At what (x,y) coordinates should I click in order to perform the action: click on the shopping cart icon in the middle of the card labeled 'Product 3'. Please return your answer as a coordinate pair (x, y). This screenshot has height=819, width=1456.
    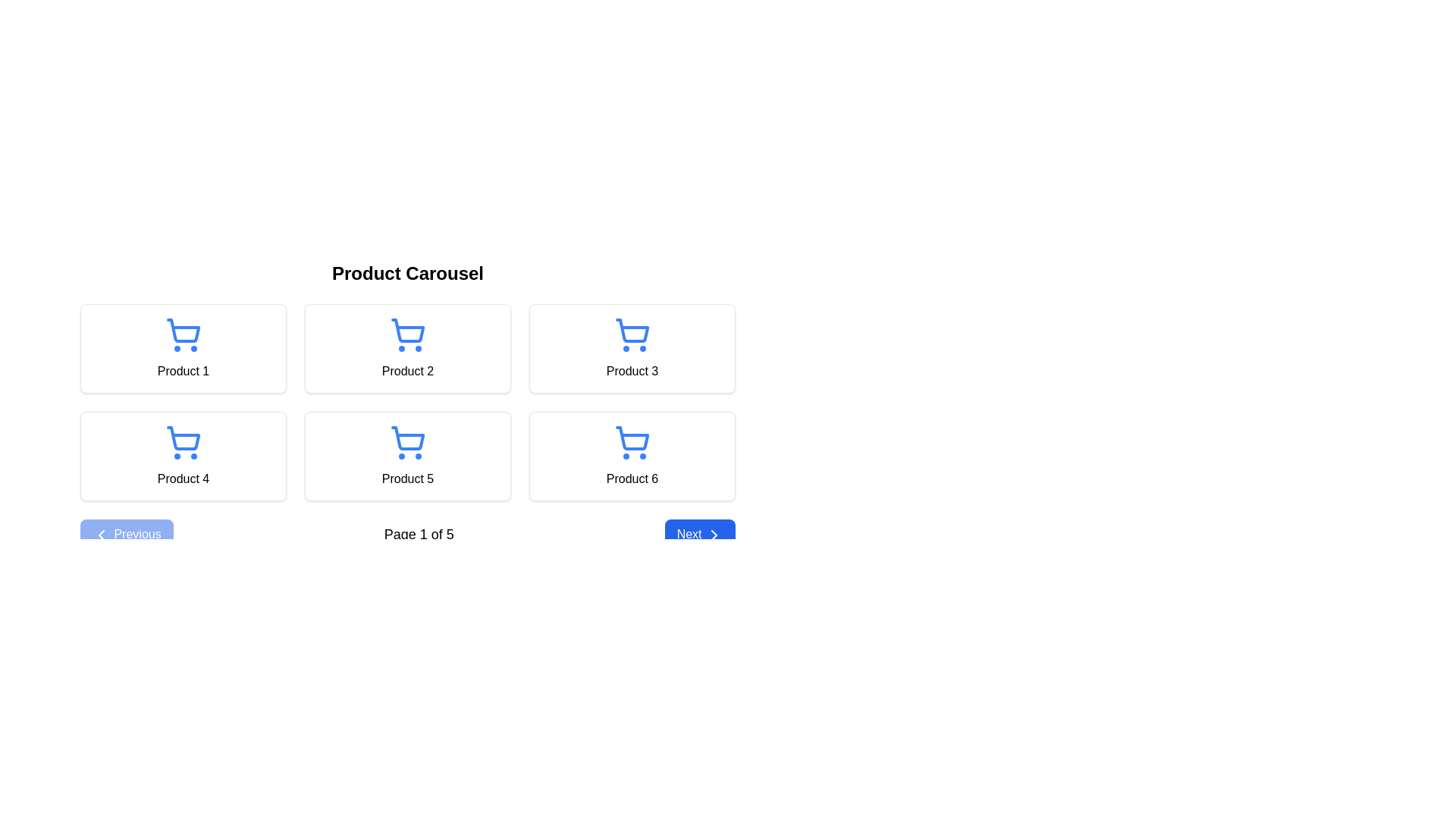
    Looking at the image, I should click on (632, 330).